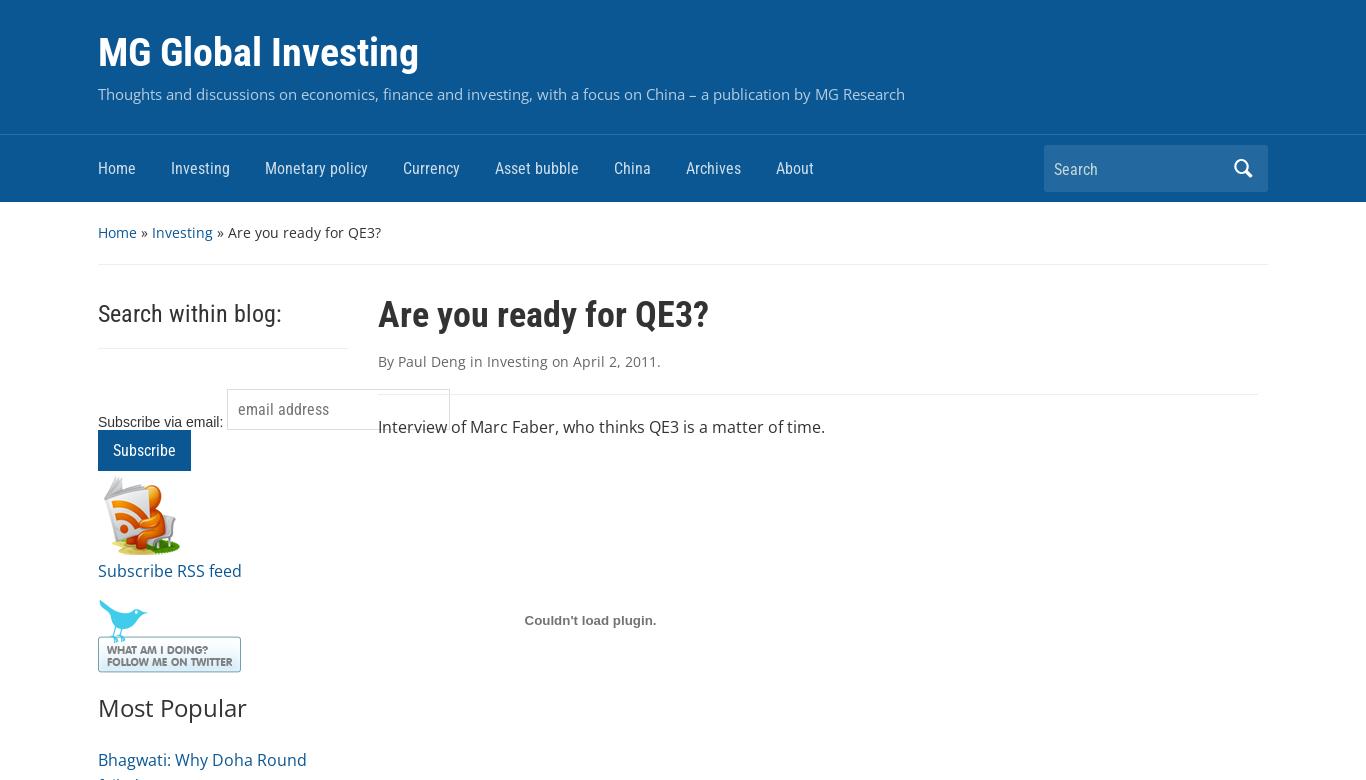  I want to click on 'By', so click(386, 360).